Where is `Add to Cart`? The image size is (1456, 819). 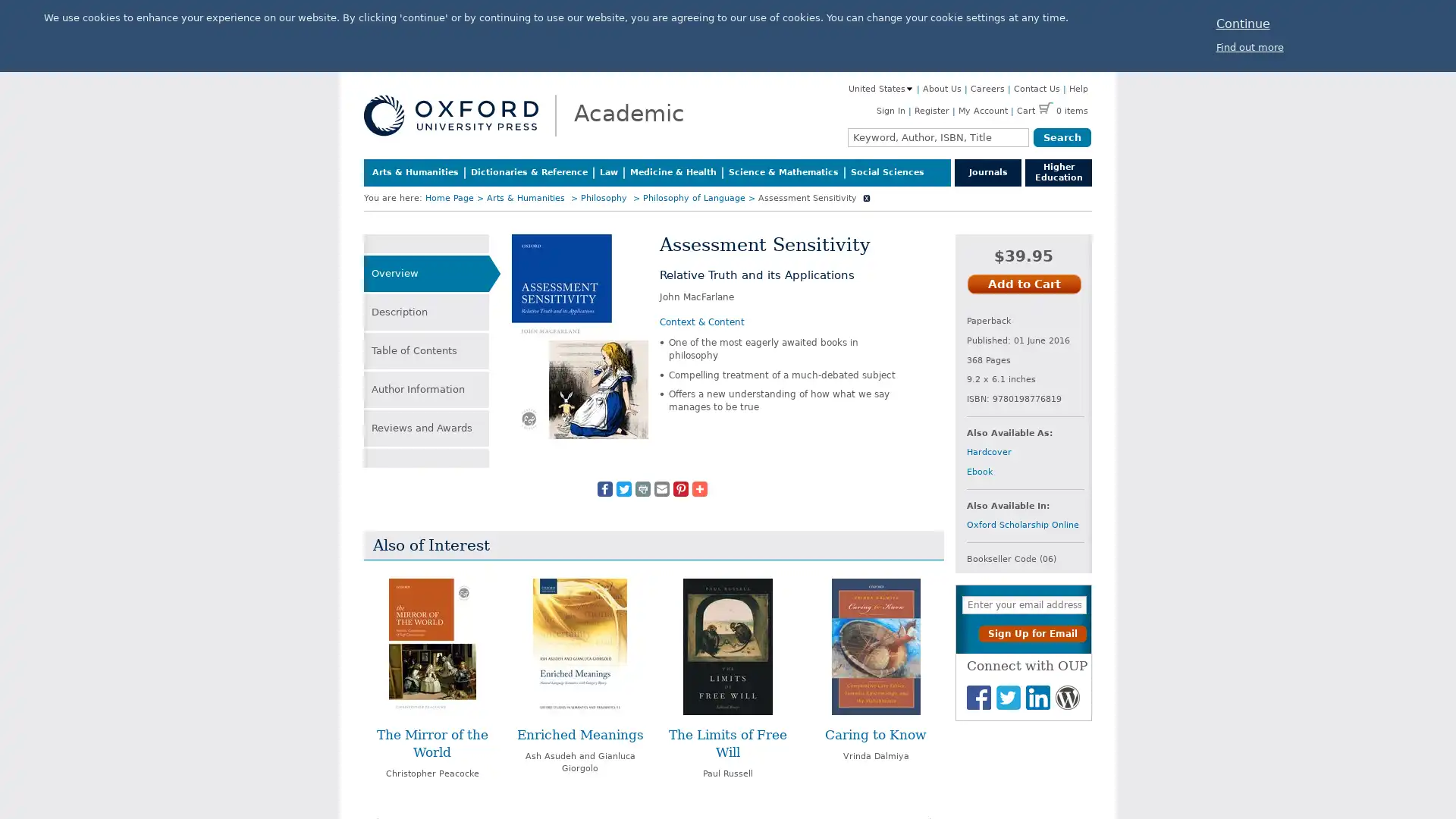
Add to Cart is located at coordinates (1024, 284).